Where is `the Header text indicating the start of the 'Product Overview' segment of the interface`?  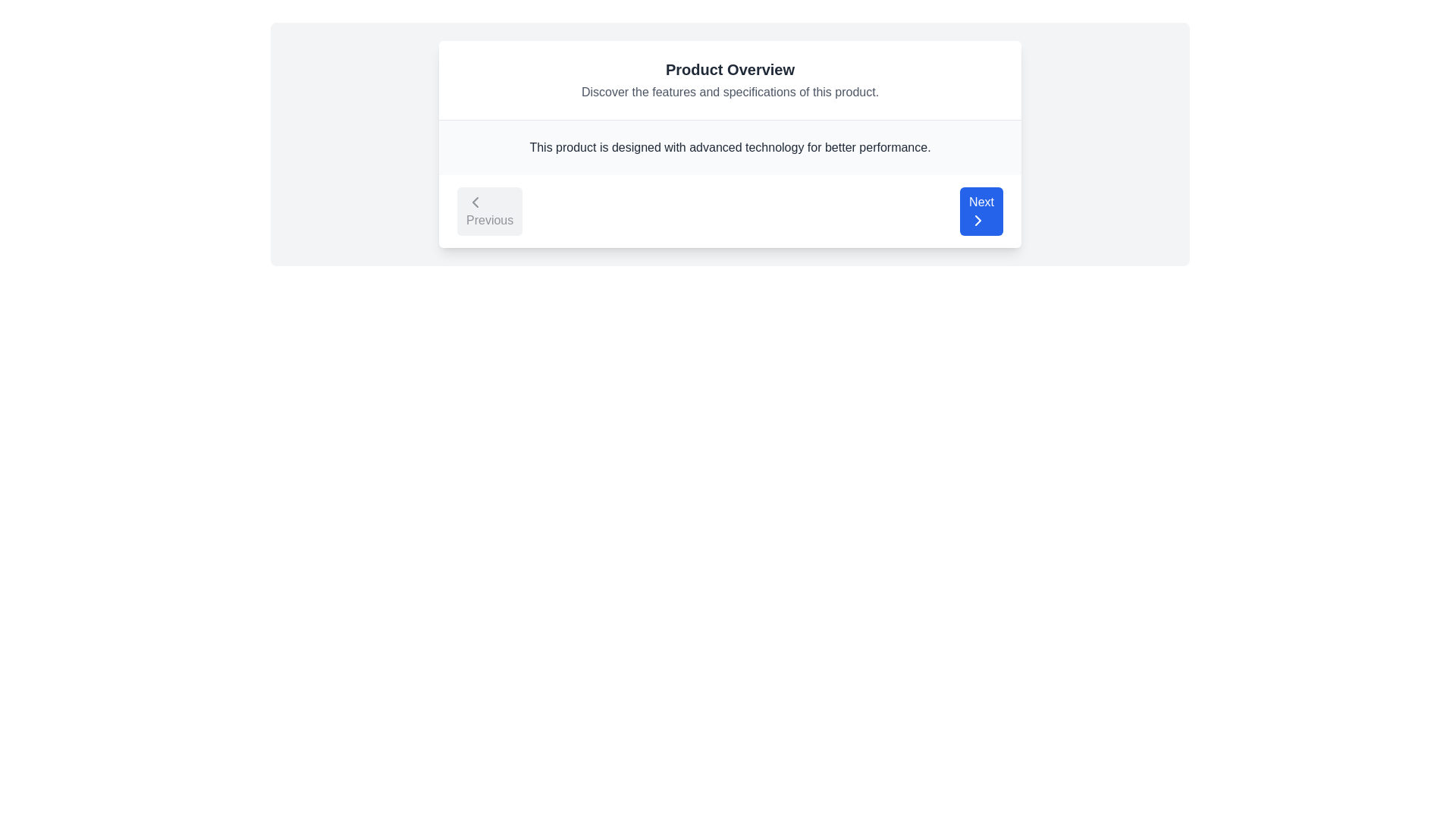
the Header text indicating the start of the 'Product Overview' segment of the interface is located at coordinates (730, 70).